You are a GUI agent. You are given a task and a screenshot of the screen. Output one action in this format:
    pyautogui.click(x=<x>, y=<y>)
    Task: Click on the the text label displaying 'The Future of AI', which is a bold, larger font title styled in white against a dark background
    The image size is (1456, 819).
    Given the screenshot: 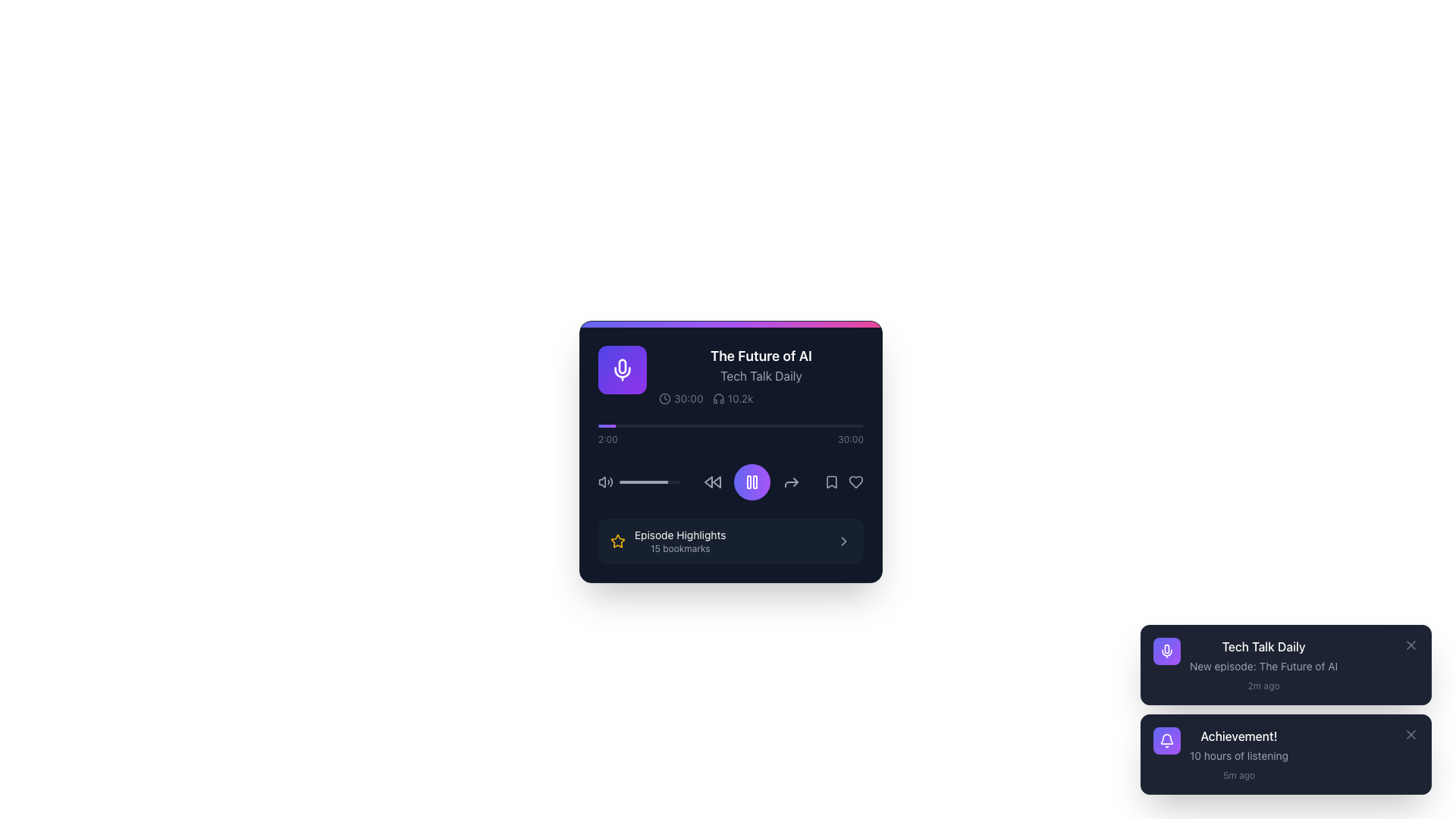 What is the action you would take?
    pyautogui.click(x=761, y=356)
    